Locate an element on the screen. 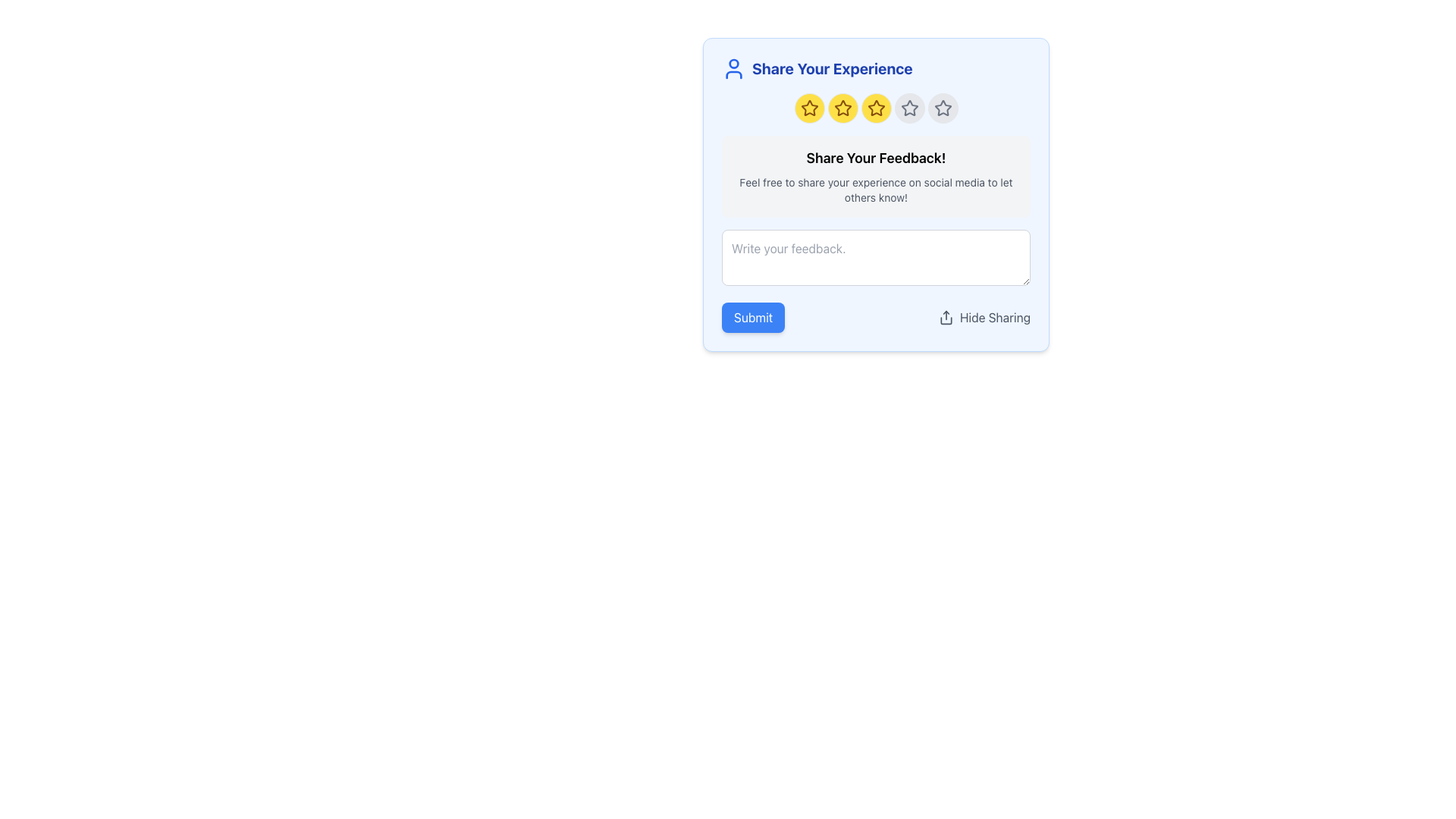 The width and height of the screenshot is (1456, 819). the third star is located at coordinates (876, 107).